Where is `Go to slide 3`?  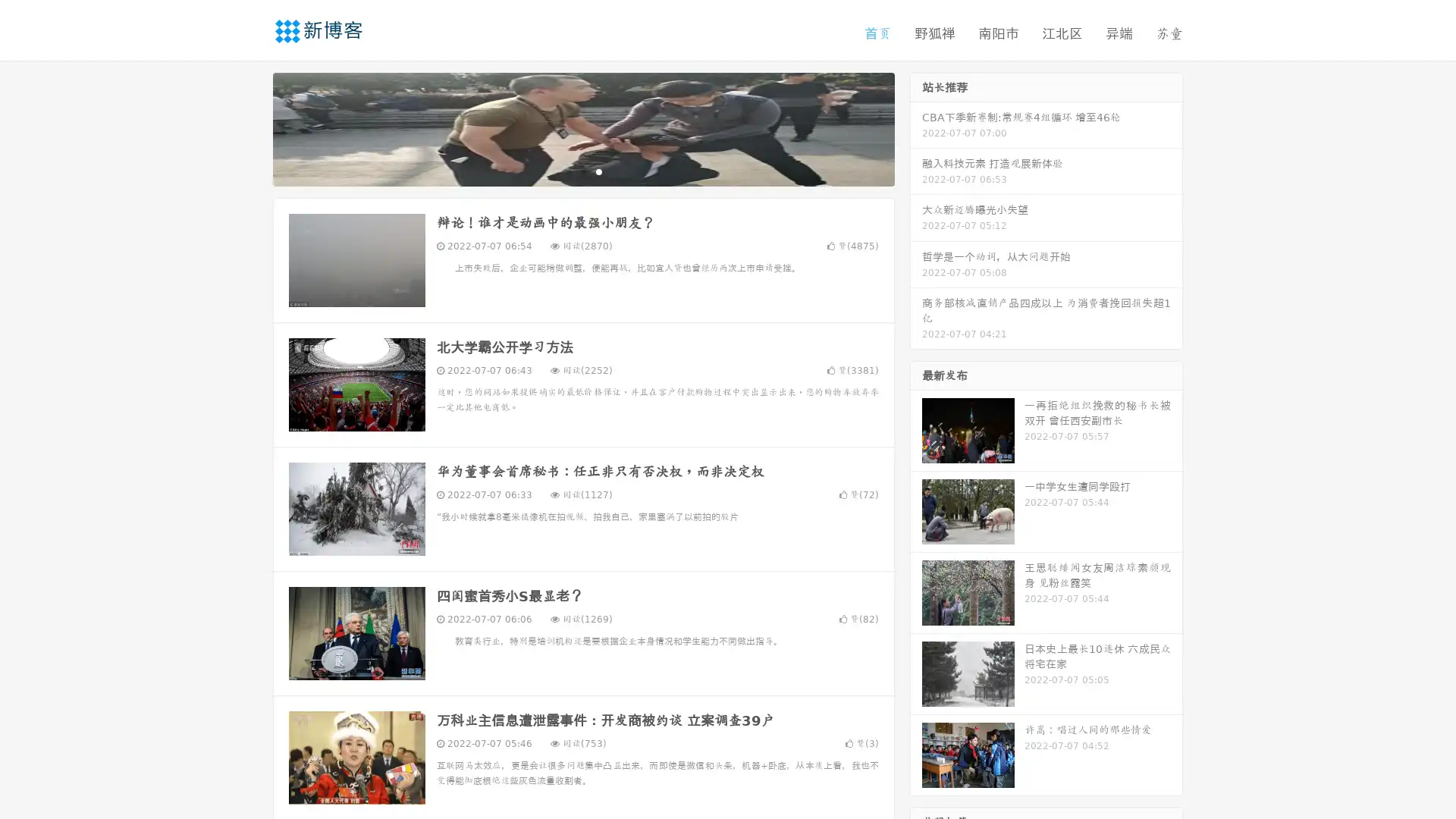 Go to slide 3 is located at coordinates (598, 171).